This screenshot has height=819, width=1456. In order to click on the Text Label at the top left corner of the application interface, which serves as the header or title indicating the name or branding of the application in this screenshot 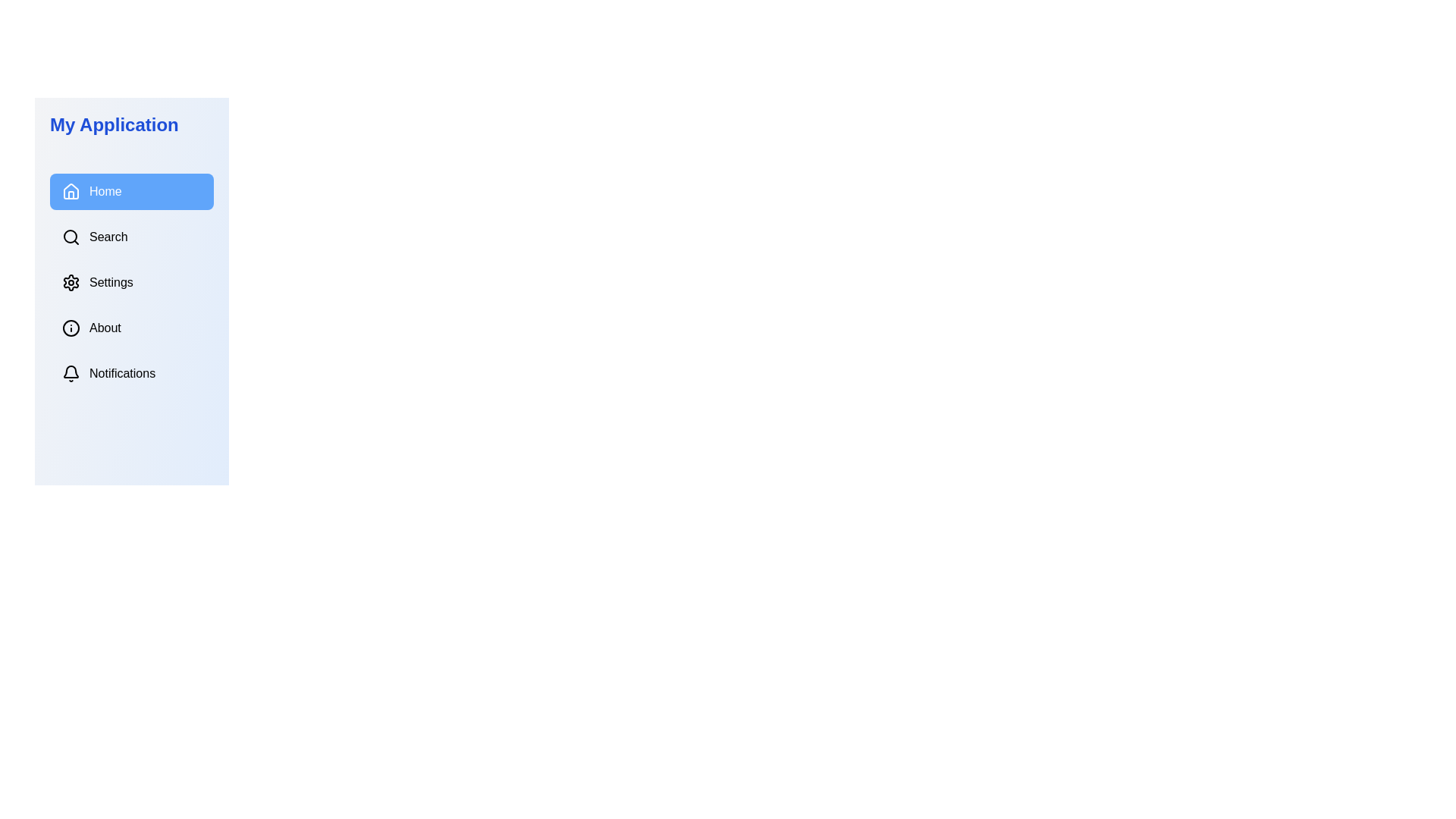, I will do `click(113, 124)`.